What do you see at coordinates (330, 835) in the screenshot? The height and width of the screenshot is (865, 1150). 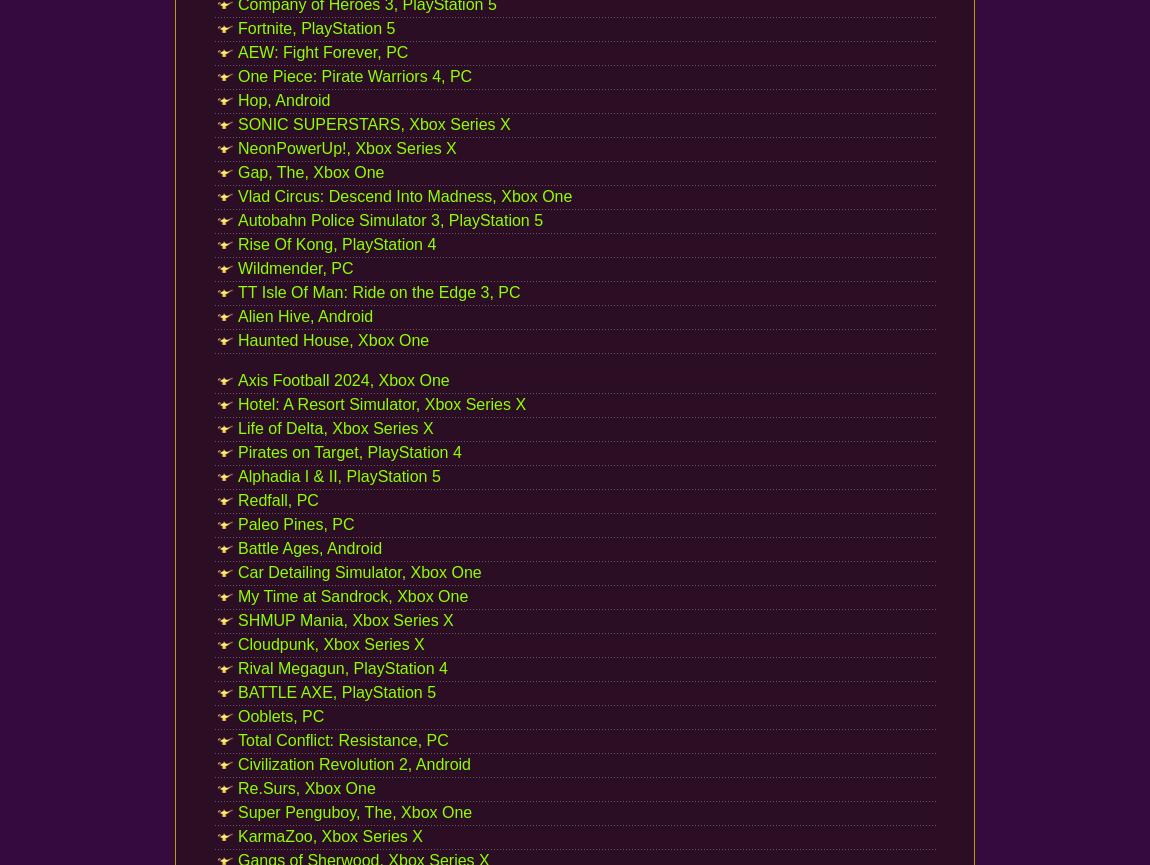 I see `'KarmaZoo, Xbox Series X'` at bounding box center [330, 835].